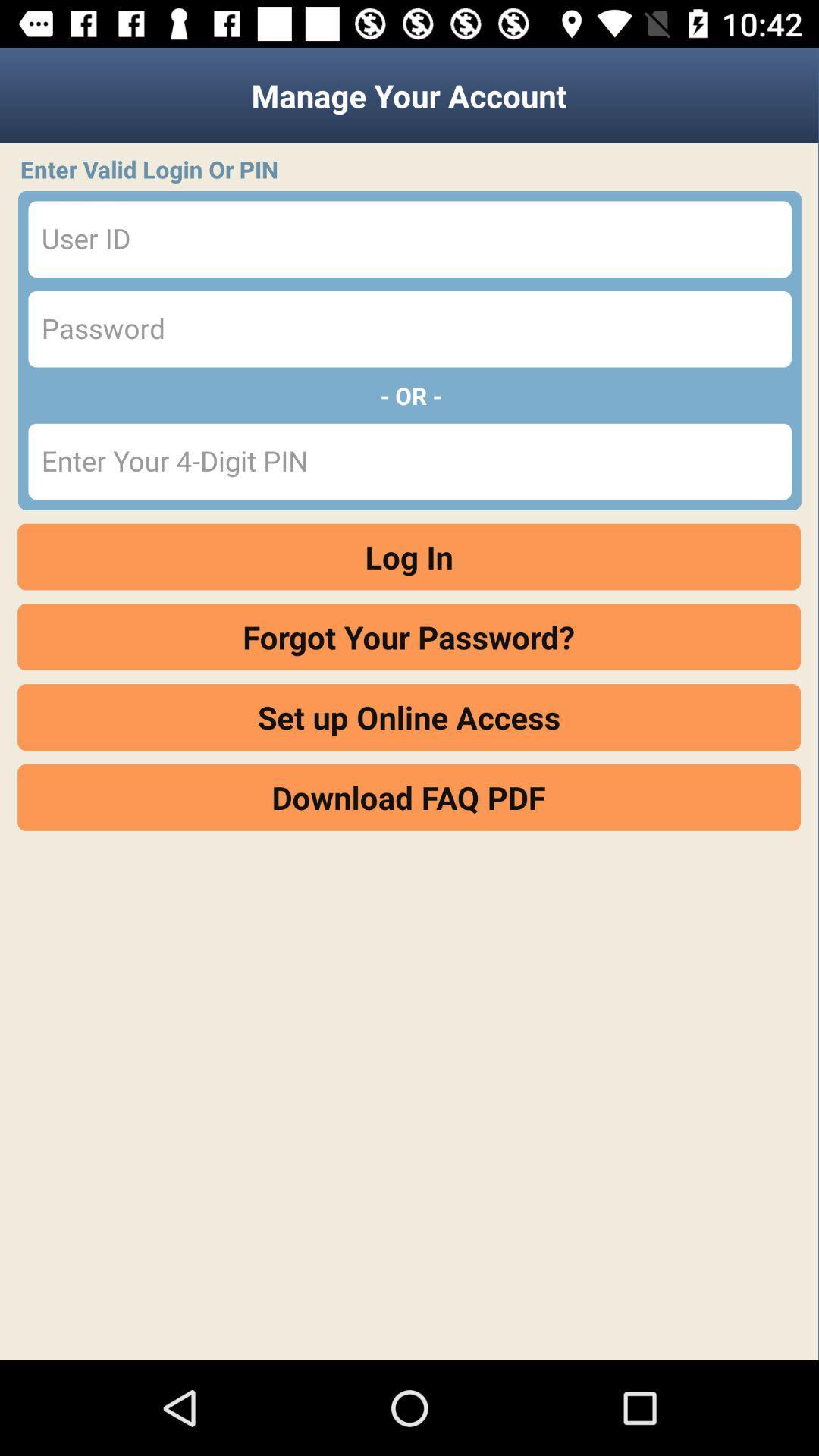  What do you see at coordinates (408, 637) in the screenshot?
I see `item below log in` at bounding box center [408, 637].